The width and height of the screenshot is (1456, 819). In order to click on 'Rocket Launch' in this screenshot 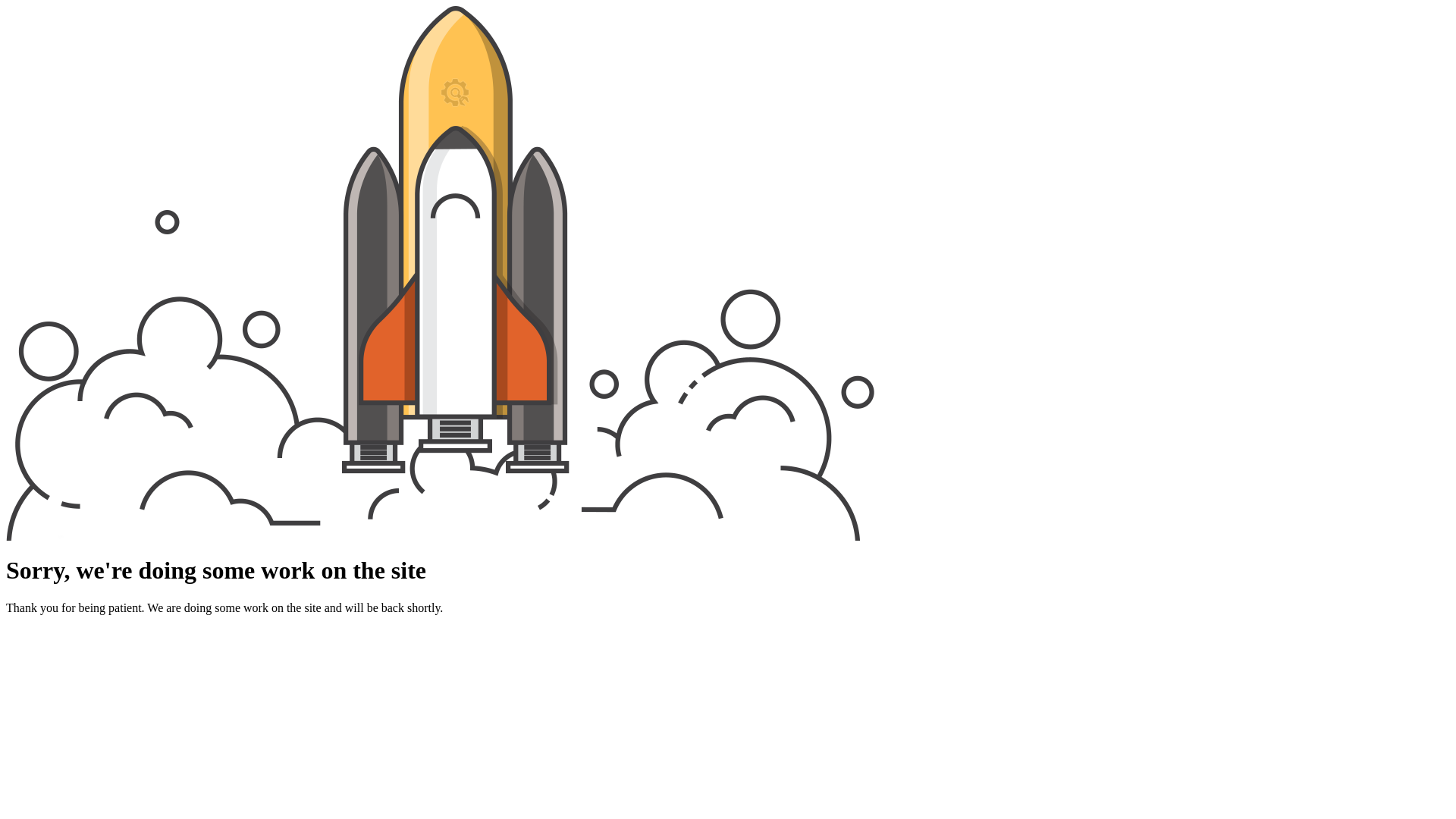, I will do `click(439, 273)`.